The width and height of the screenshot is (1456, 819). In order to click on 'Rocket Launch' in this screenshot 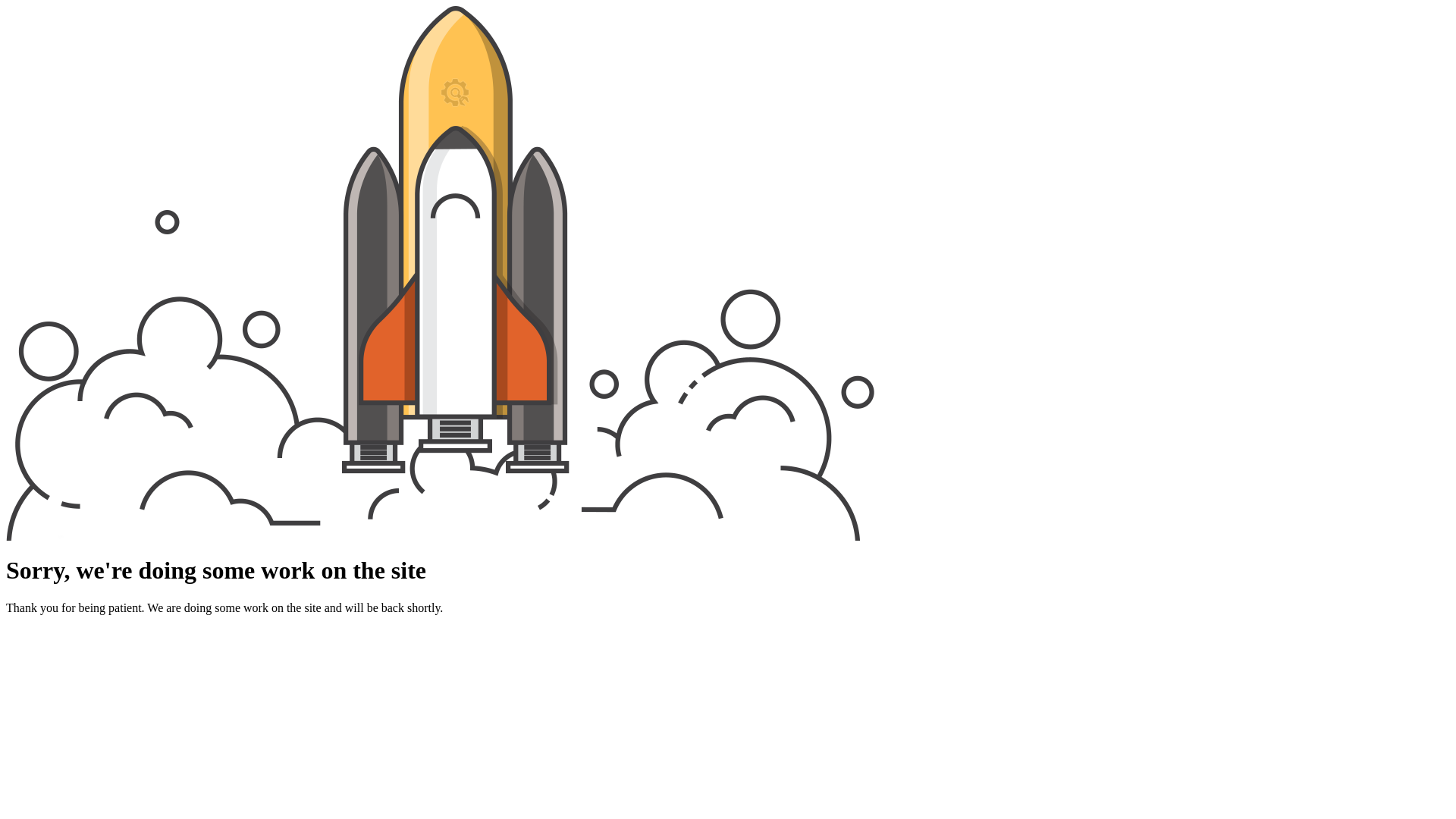, I will do `click(439, 273)`.